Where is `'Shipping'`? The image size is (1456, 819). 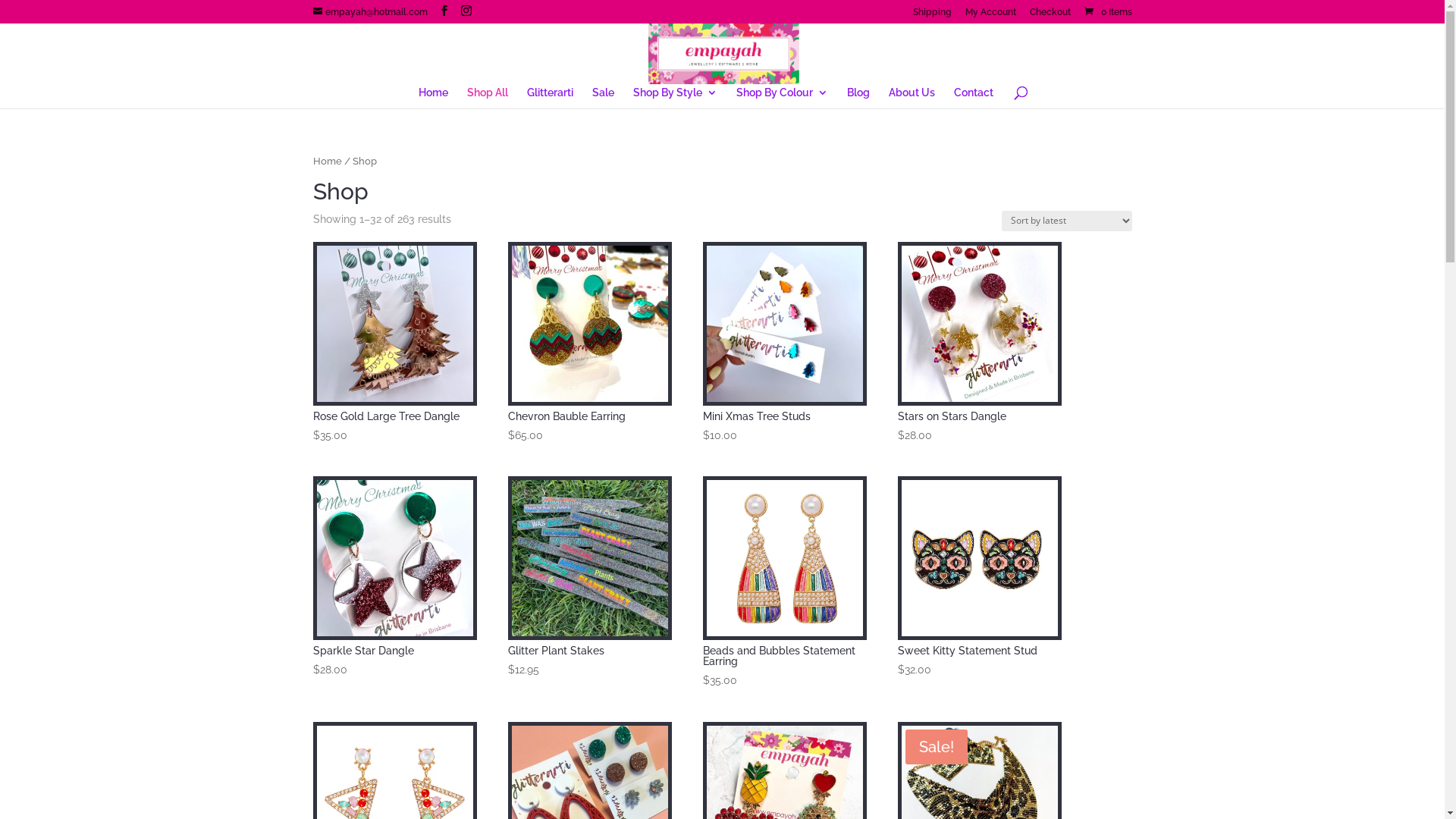 'Shipping' is located at coordinates (931, 15).